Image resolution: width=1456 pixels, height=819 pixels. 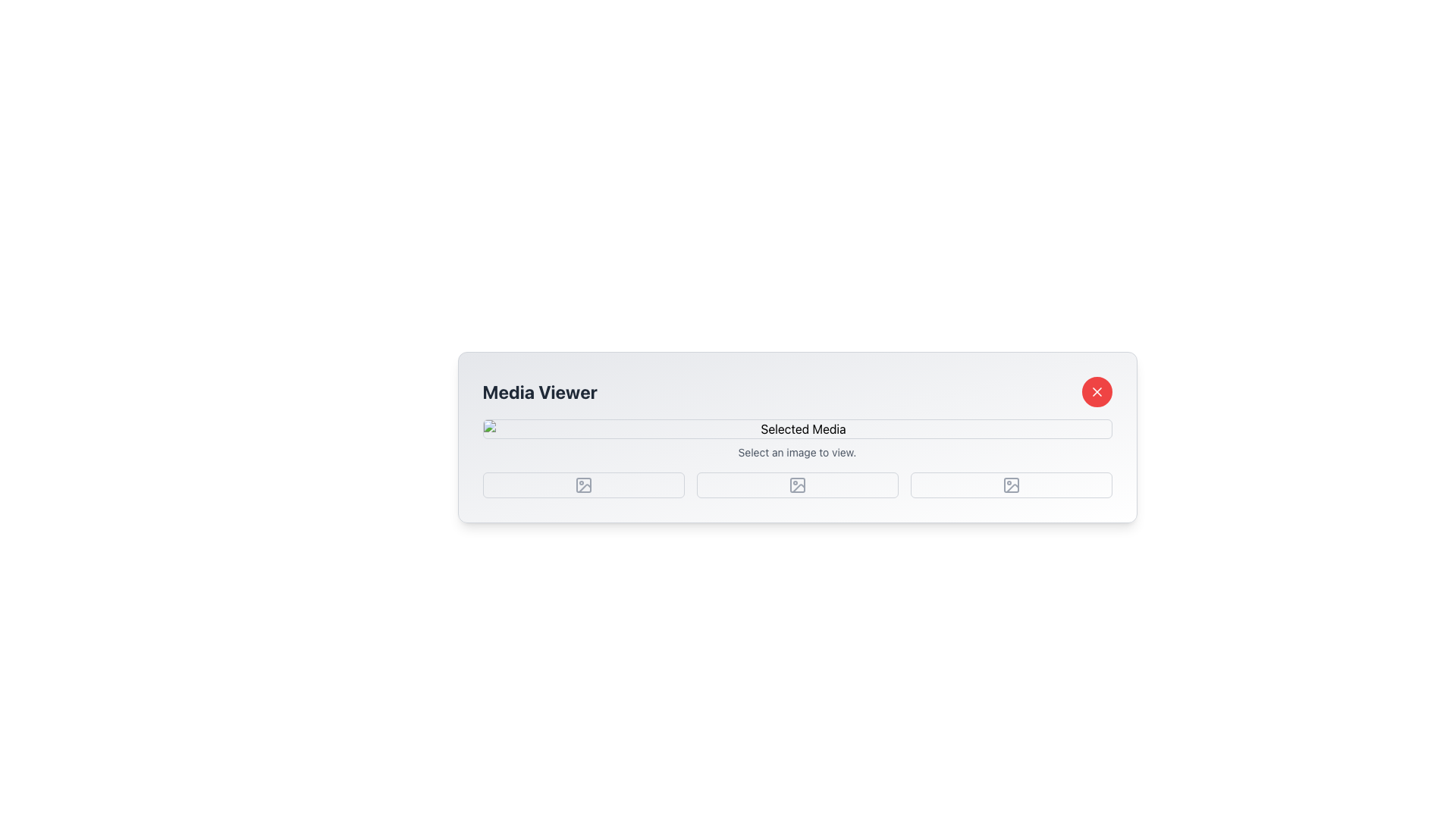 What do you see at coordinates (1011, 485) in the screenshot?
I see `the rightmost icon in the 'Media Viewer' bar` at bounding box center [1011, 485].